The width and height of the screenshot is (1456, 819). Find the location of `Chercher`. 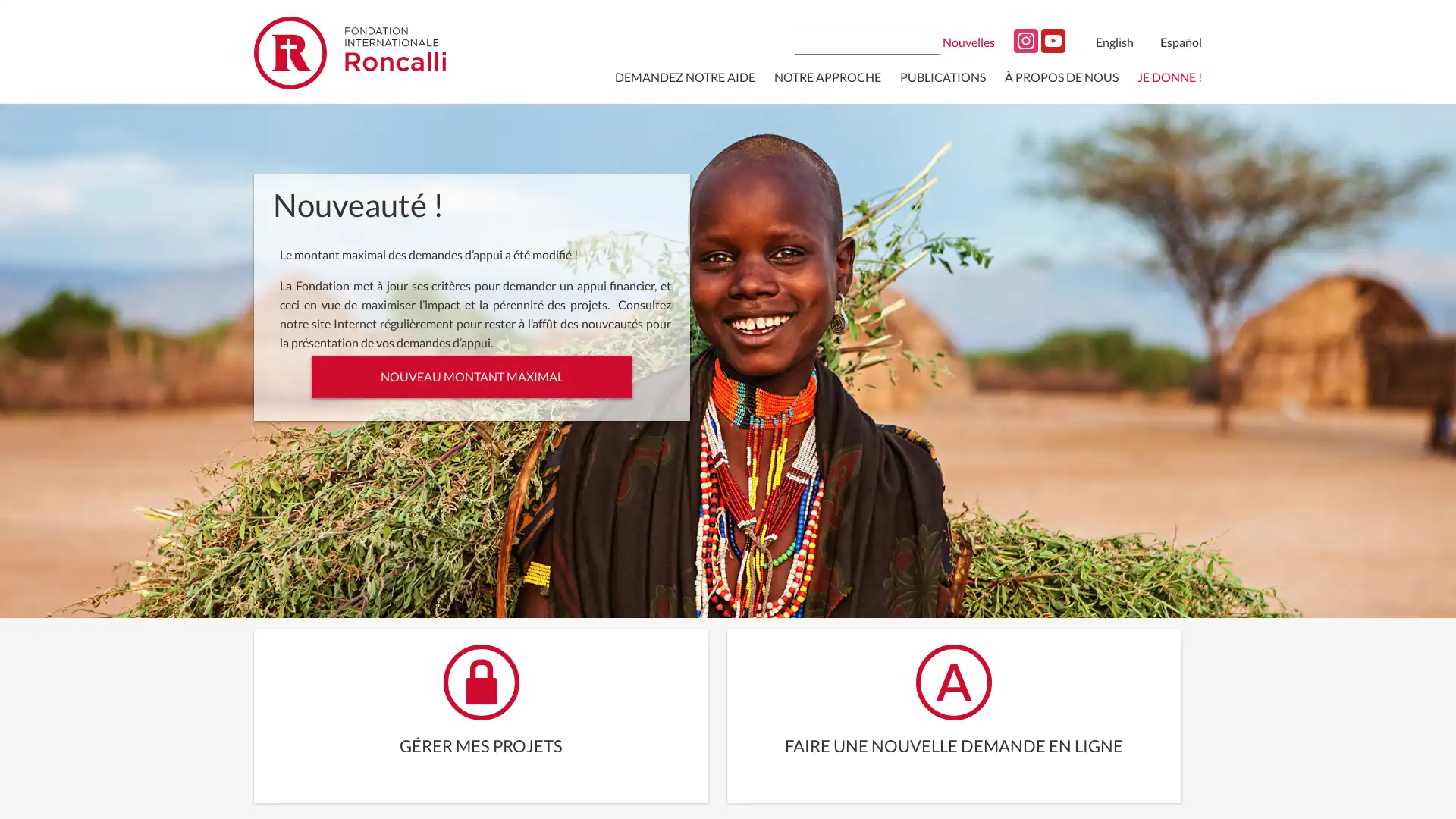

Chercher is located at coordinates (926, 40).